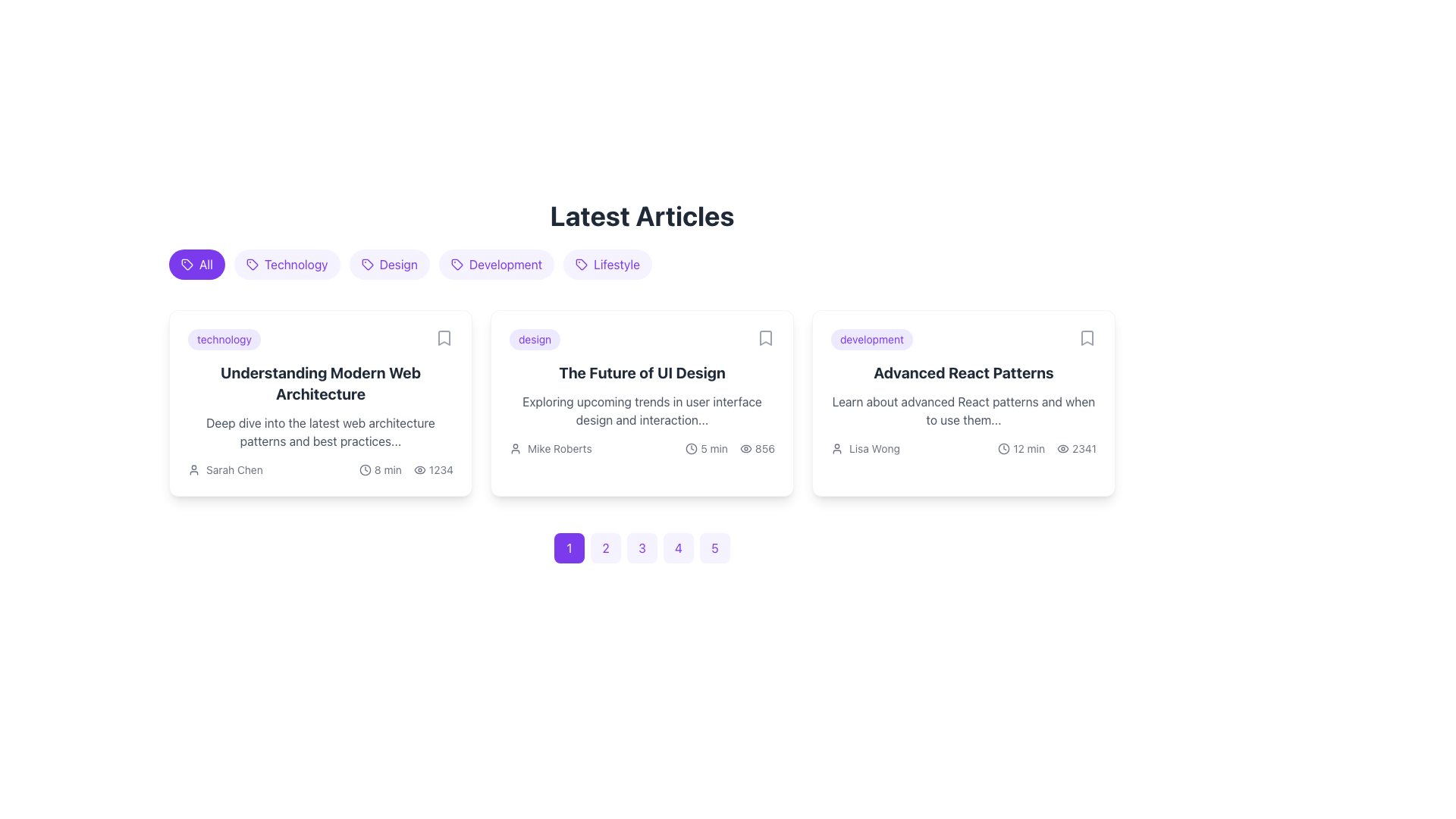 This screenshot has width=1456, height=819. What do you see at coordinates (1004, 447) in the screenshot?
I see `the circular SVG component inside the clock icon located at the bottom-right corner of the card labeled 'Advanced React Patterns'` at bounding box center [1004, 447].